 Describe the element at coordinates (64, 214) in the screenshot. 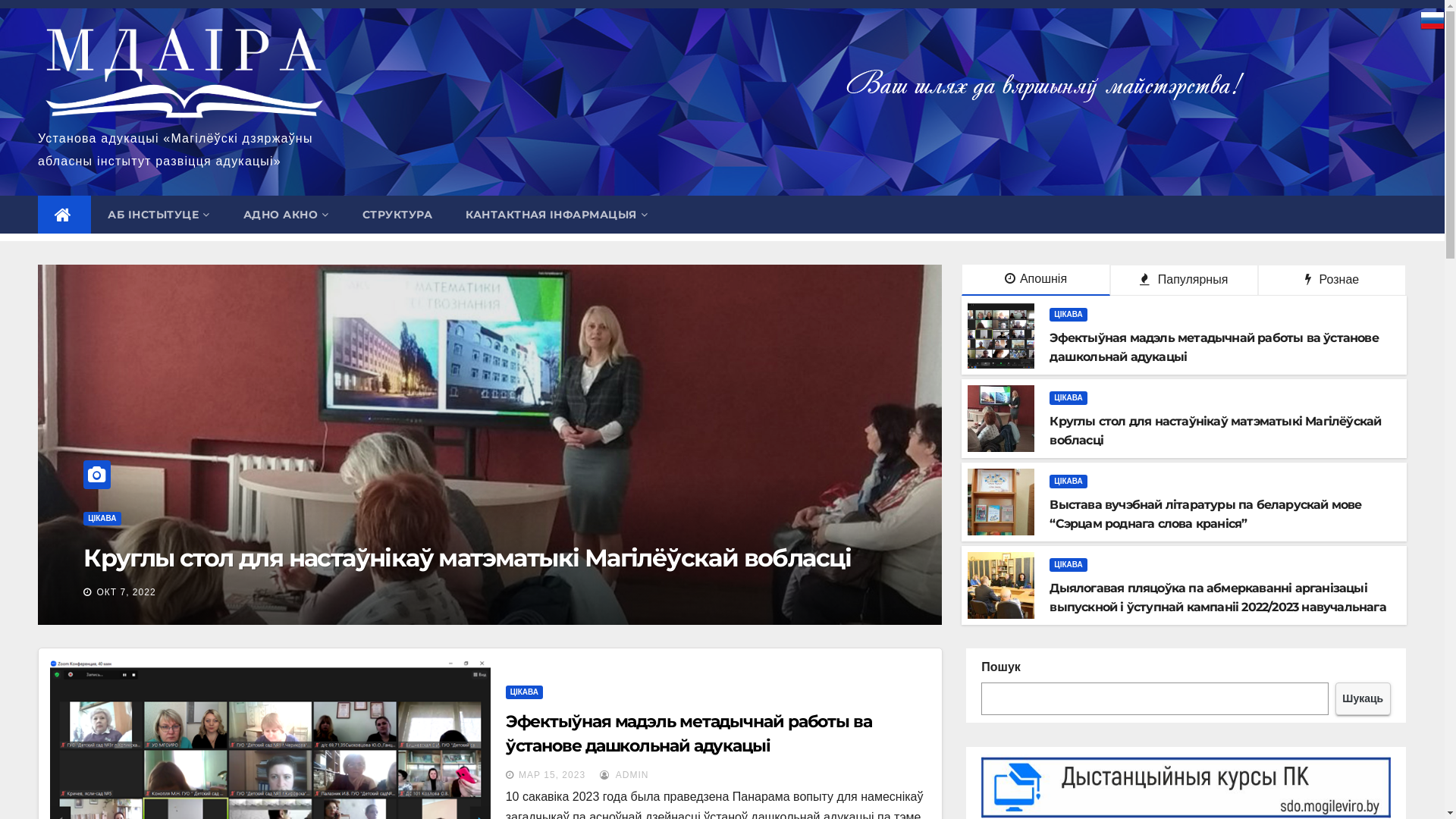

I see `'Home'` at that location.